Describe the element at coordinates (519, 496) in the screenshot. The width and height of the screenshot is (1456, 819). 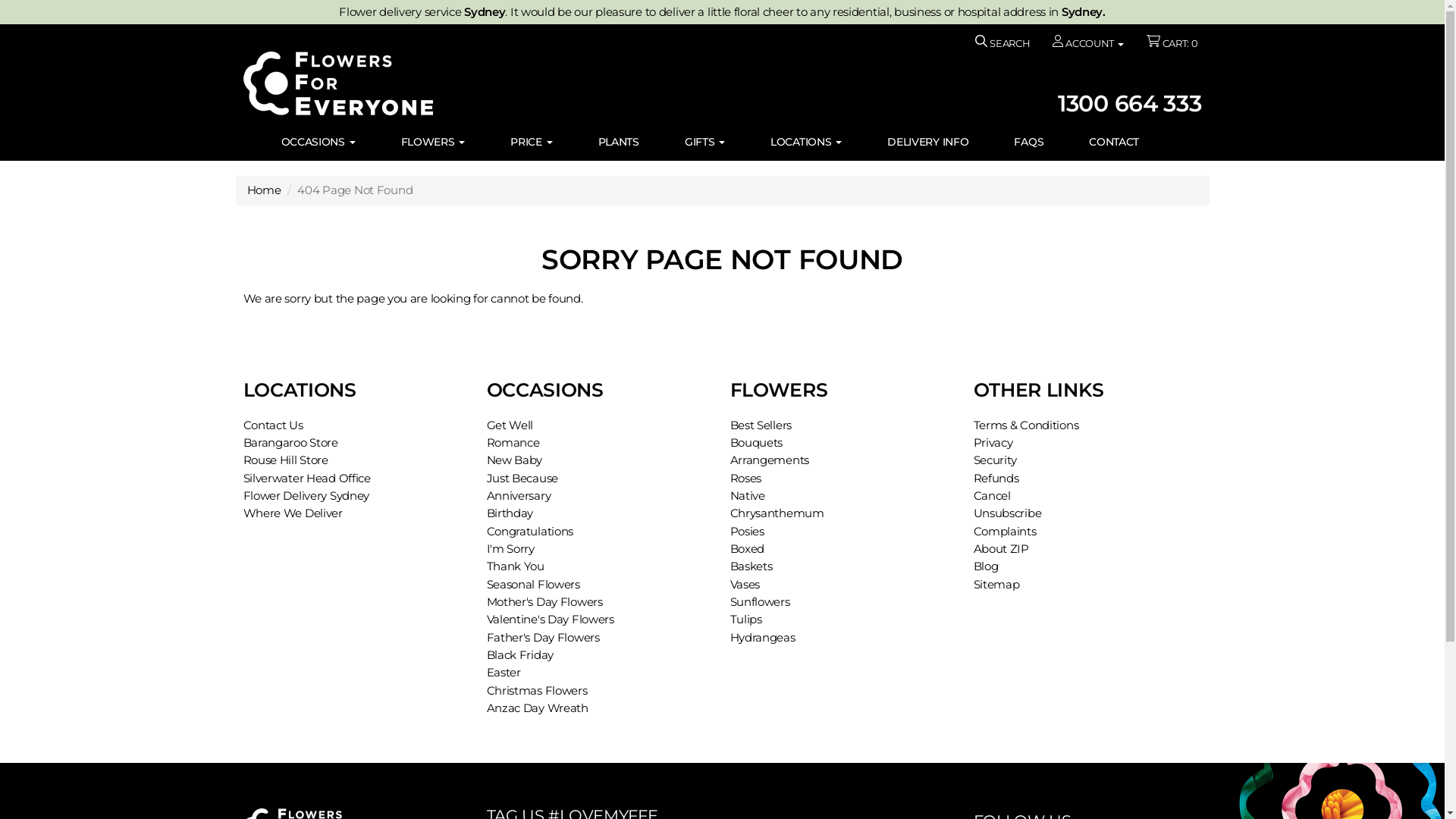
I see `'Anniversary'` at that location.